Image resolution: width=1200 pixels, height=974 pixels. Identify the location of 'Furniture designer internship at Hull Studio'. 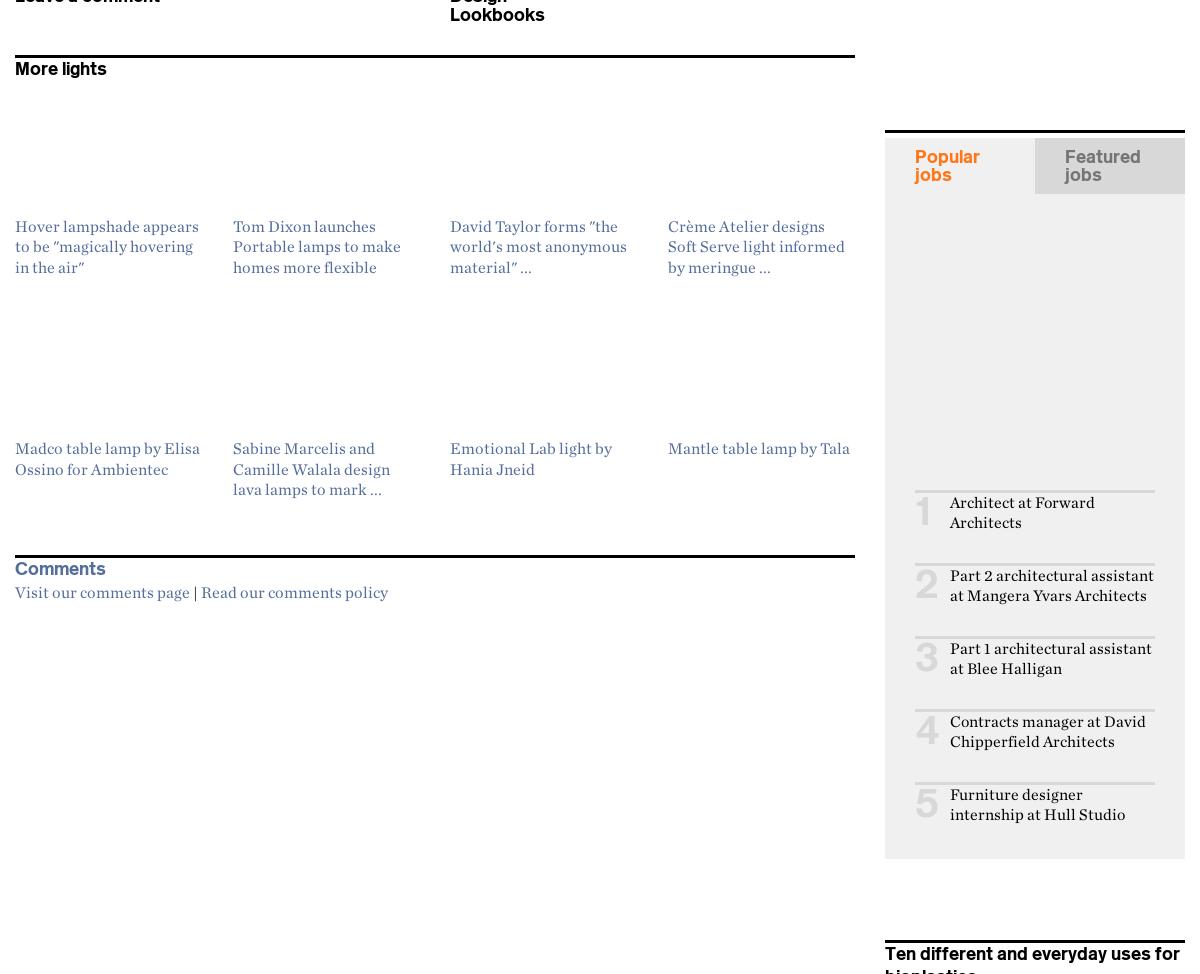
(1037, 802).